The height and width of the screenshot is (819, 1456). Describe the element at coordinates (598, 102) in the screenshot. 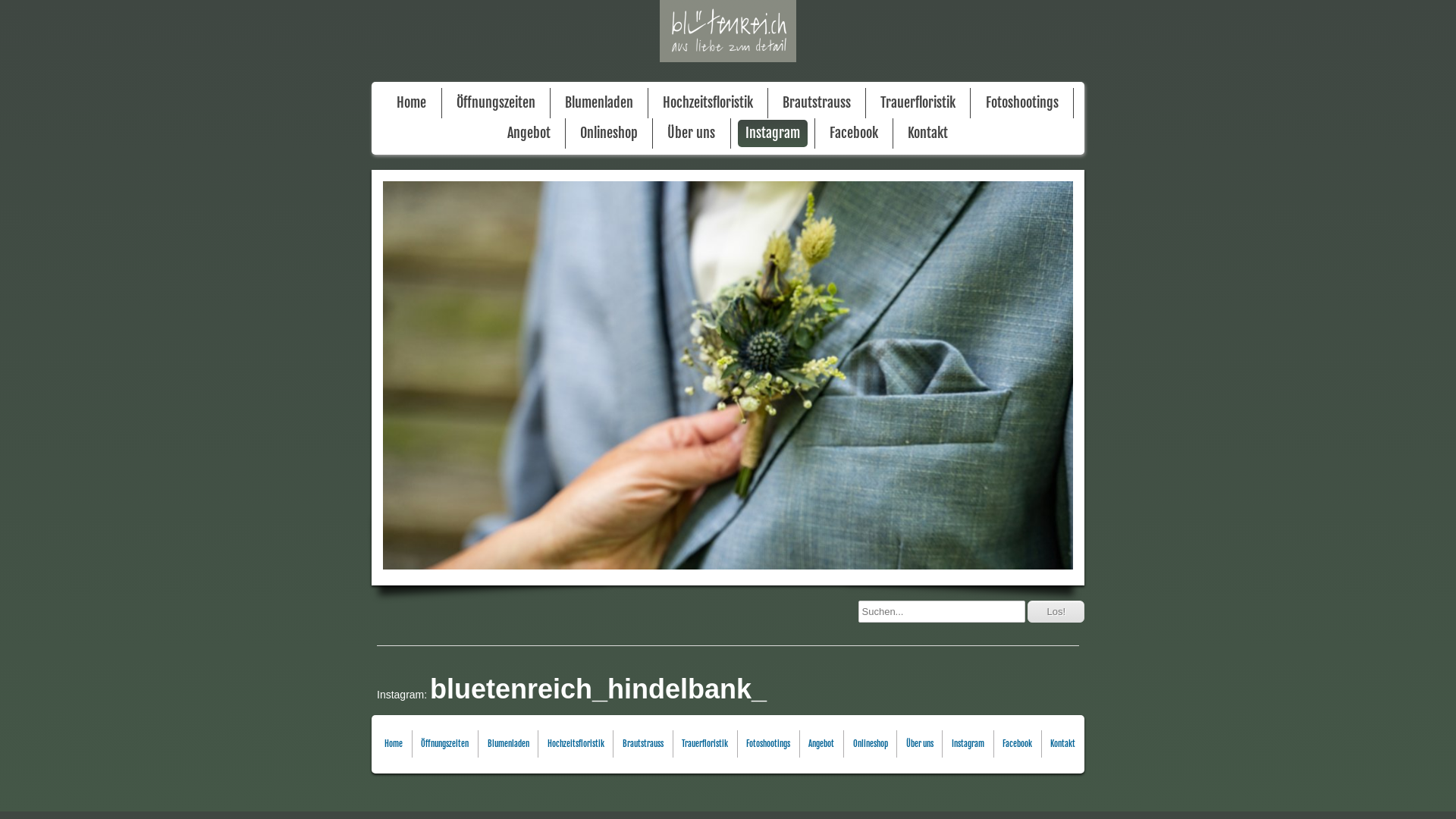

I see `'Blumenladen'` at that location.